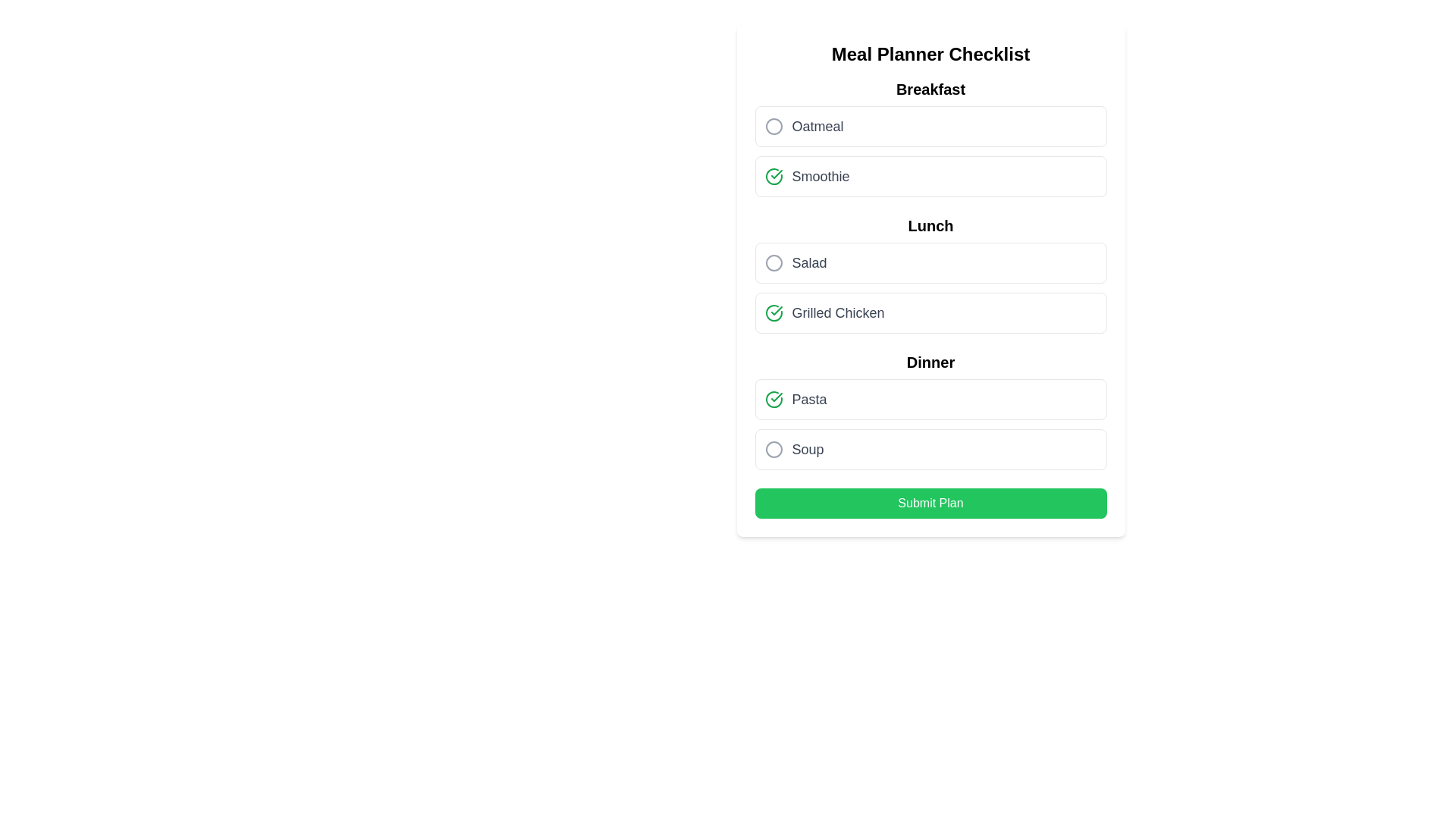 The width and height of the screenshot is (1456, 819). Describe the element at coordinates (807, 449) in the screenshot. I see `the 'Soup' label in the Dinner section of the meal planner checklist, which is located to the right of the circular radio button and is the second option below 'Pasta'` at that location.